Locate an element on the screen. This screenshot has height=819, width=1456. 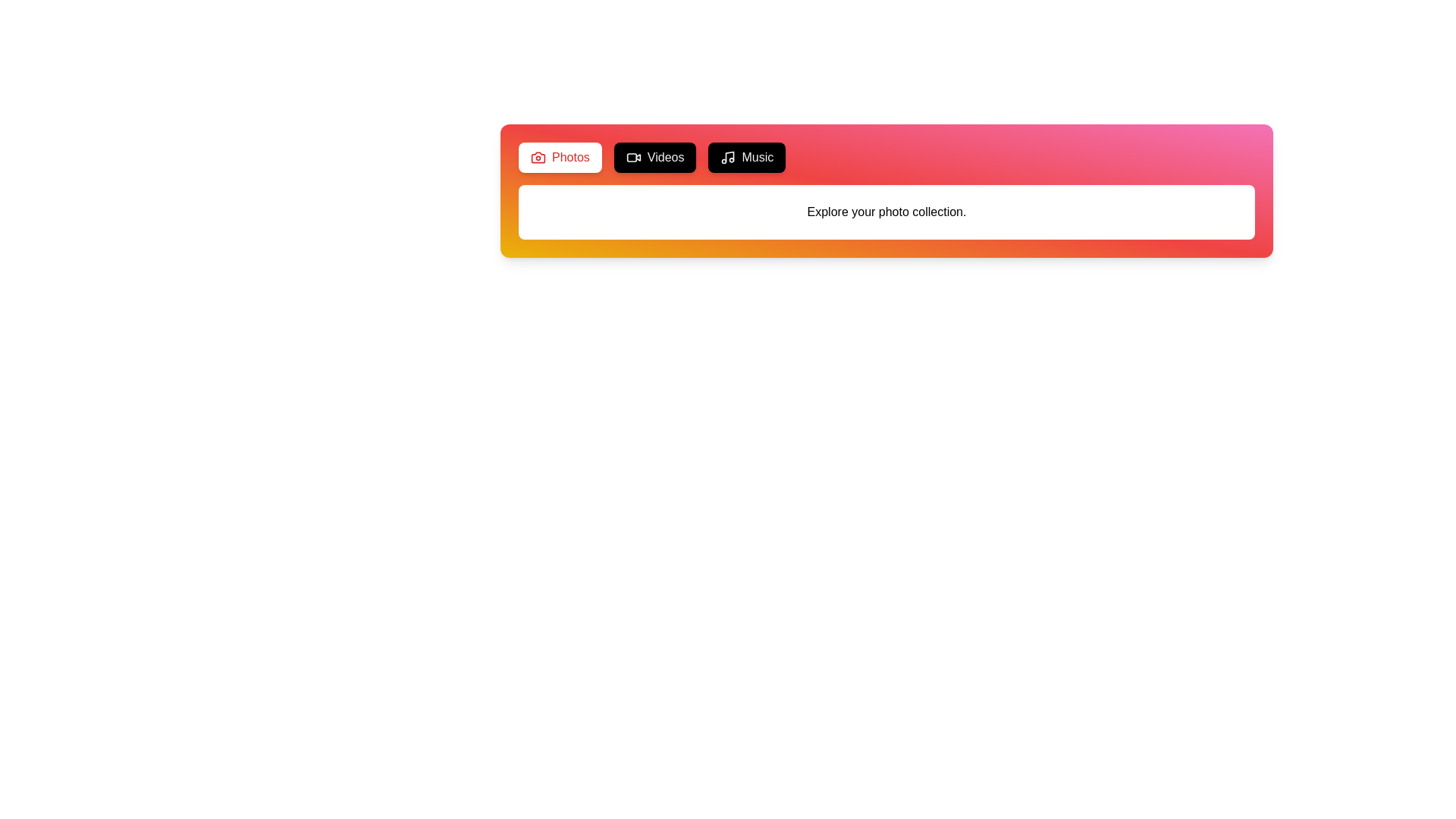
the Videos tab to view its content is located at coordinates (655, 158).